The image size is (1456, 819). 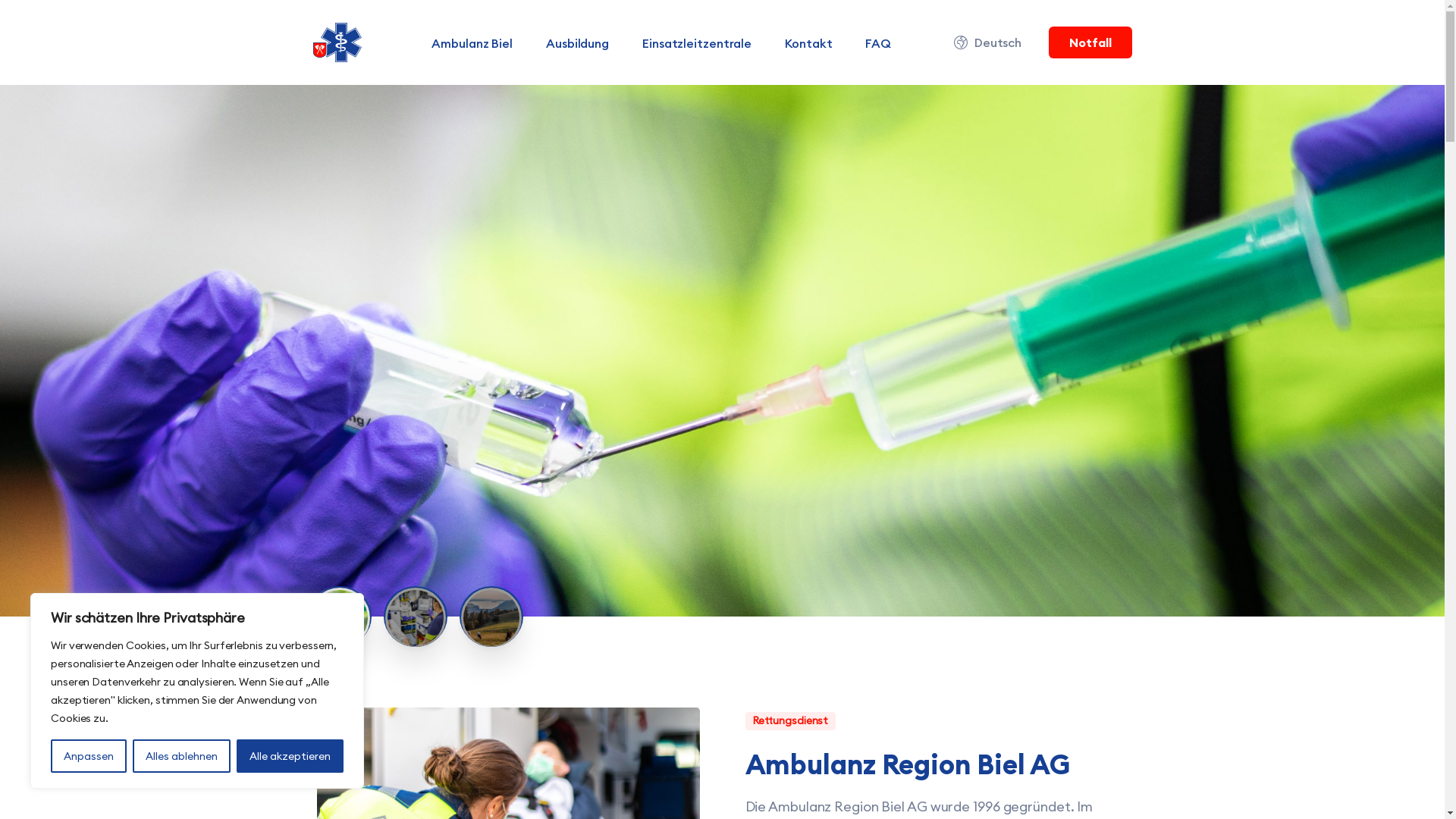 What do you see at coordinates (471, 42) in the screenshot?
I see `'Ambulanz Biel'` at bounding box center [471, 42].